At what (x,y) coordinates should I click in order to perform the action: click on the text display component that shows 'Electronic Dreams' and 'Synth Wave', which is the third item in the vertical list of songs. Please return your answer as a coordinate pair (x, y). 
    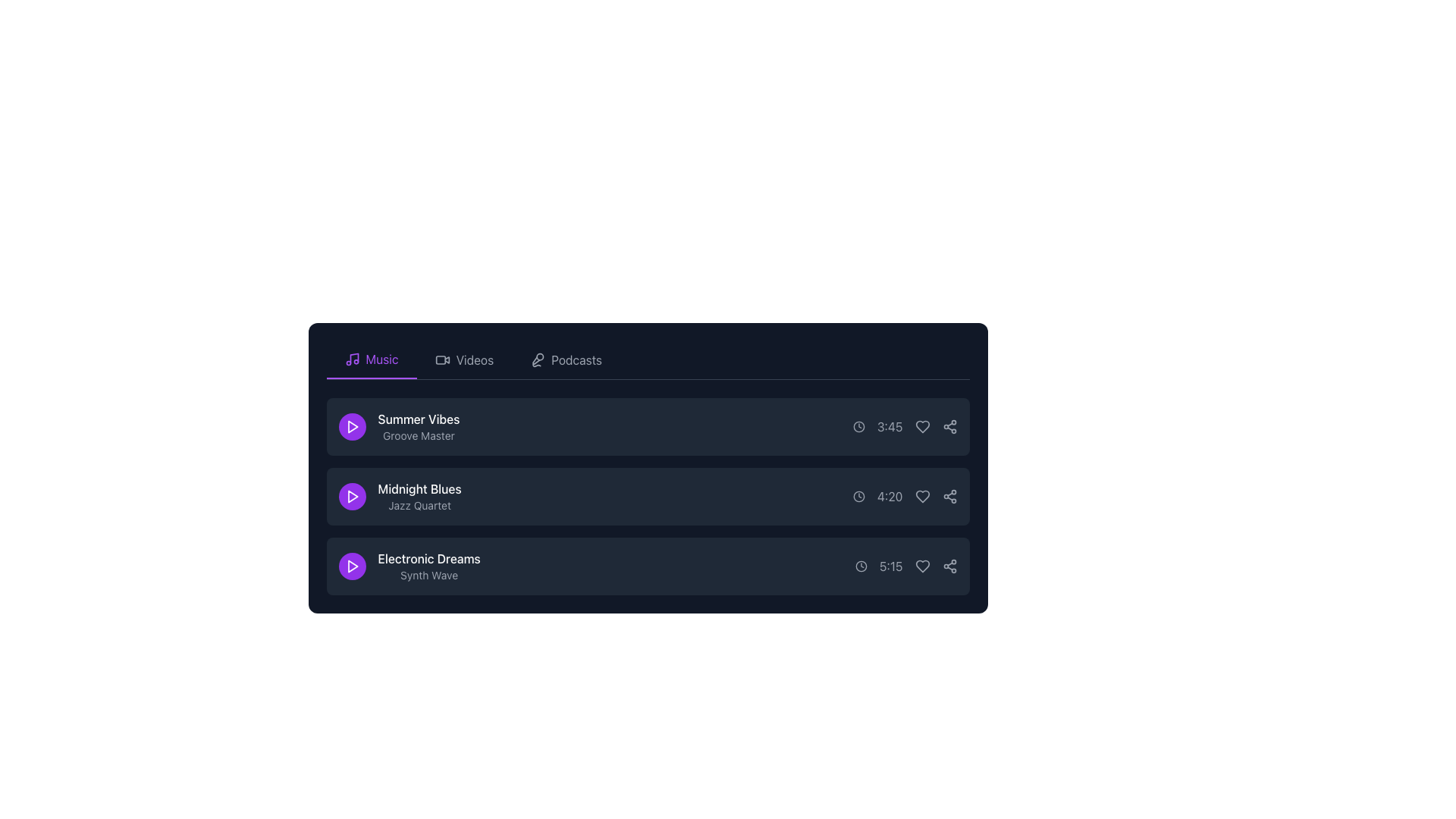
    Looking at the image, I should click on (428, 566).